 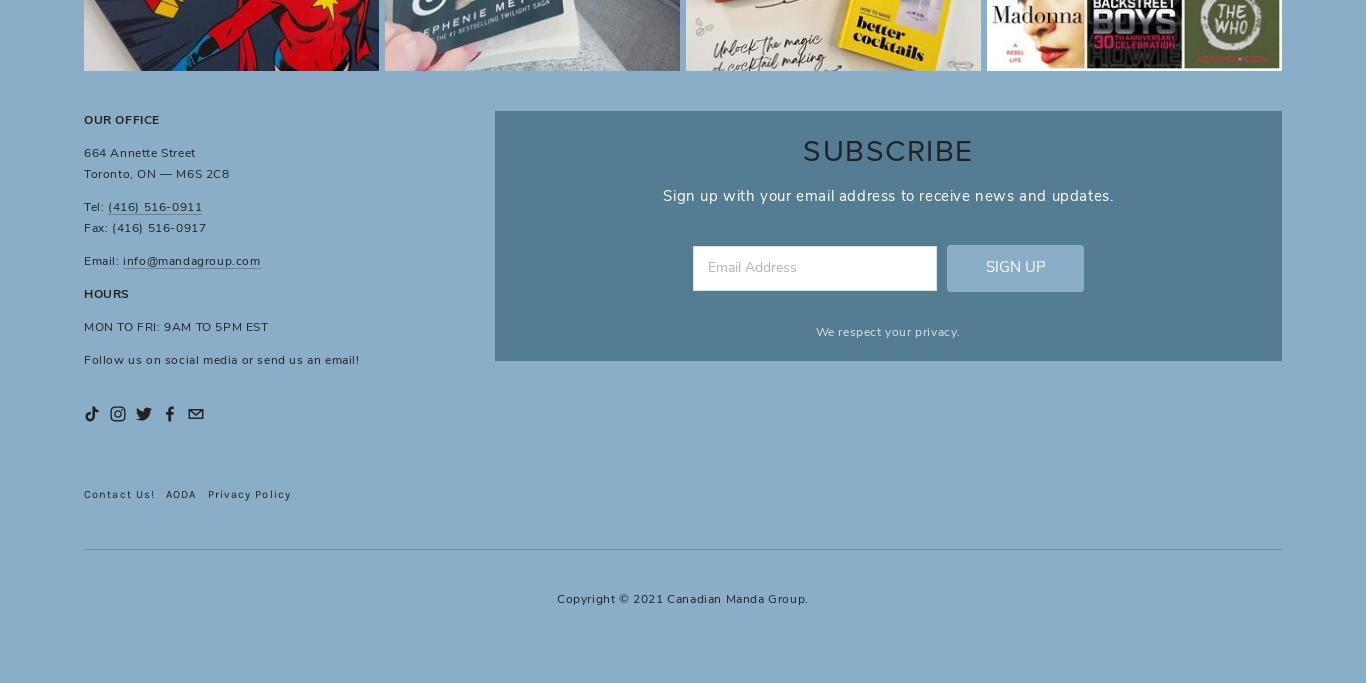 I want to click on 'AODA', so click(x=179, y=493).